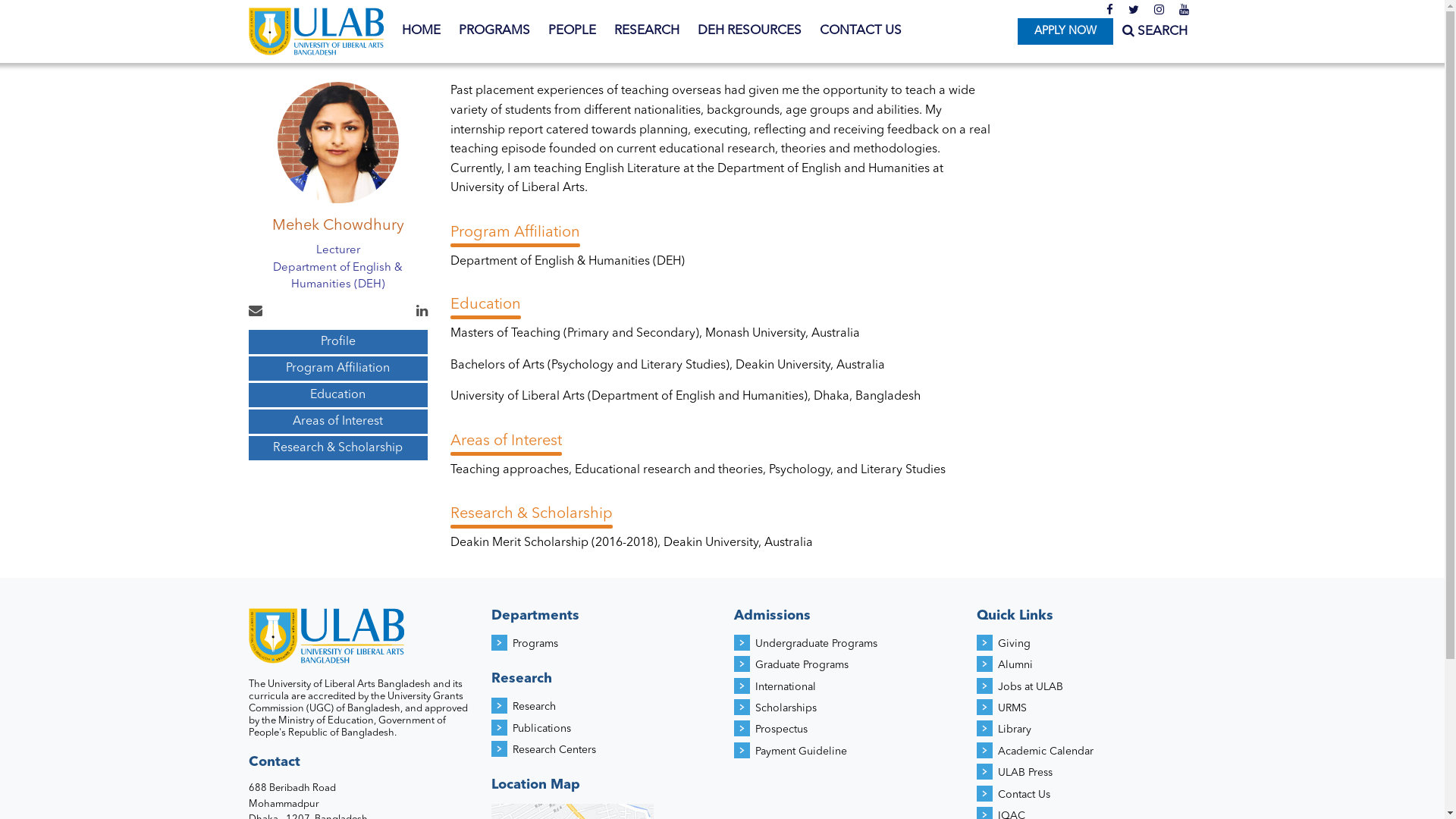  Describe the element at coordinates (337, 369) in the screenshot. I see `'Program Affiliation'` at that location.